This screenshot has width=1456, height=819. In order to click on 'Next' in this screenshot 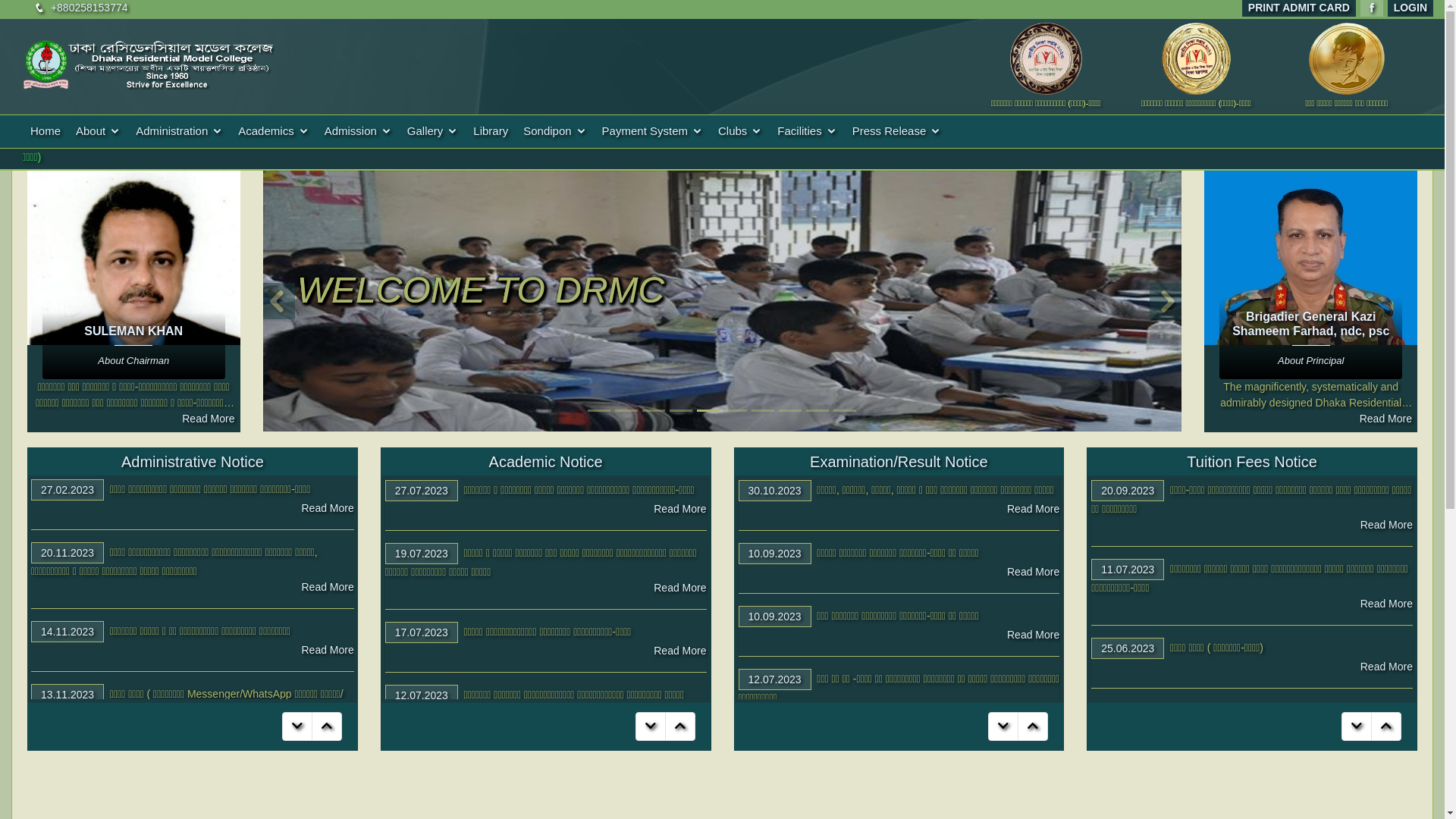, I will do `click(1167, 301)`.